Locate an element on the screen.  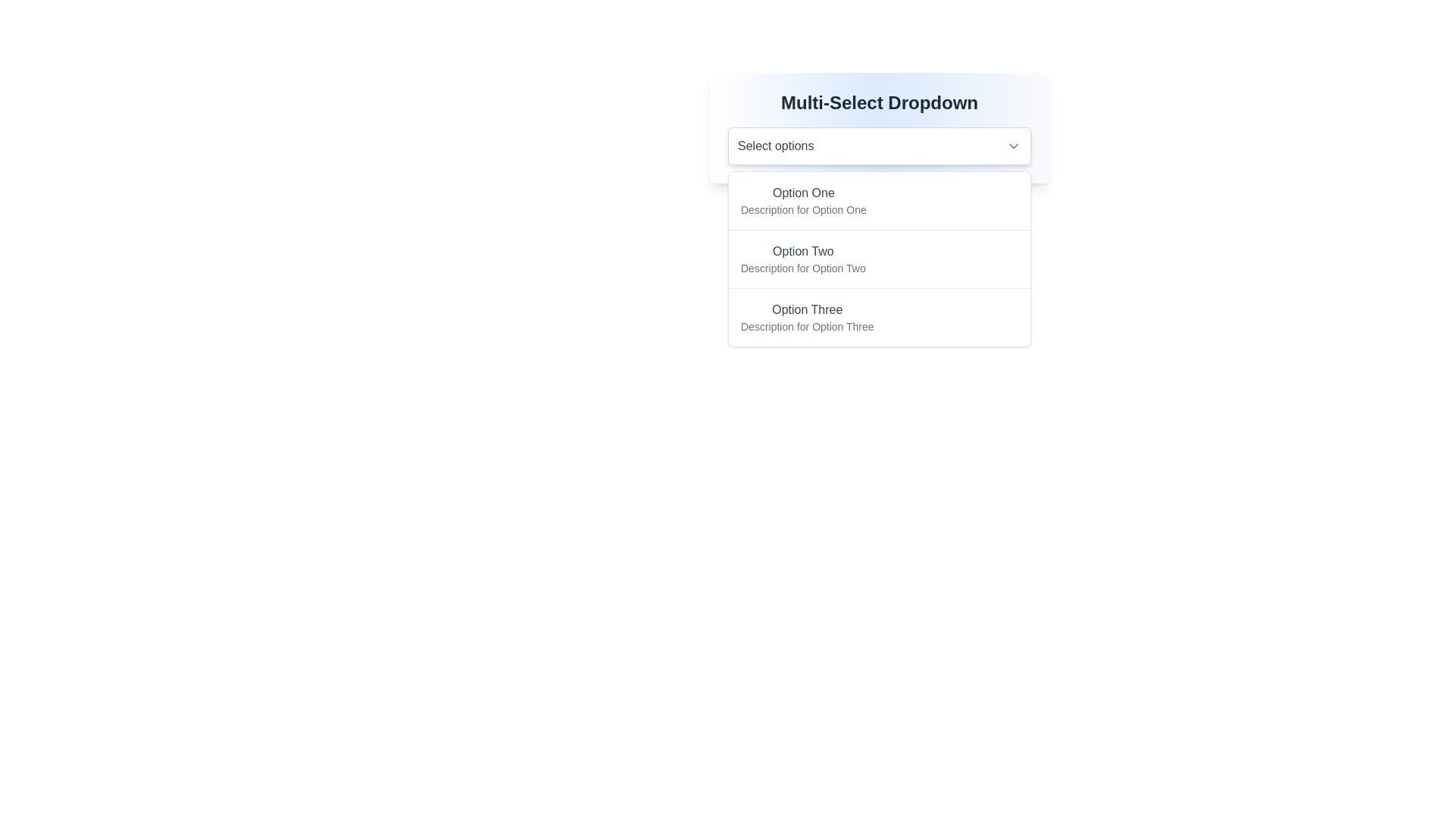
the static text label "Select options" located within the dropdown interface, which is styled with a grayish hue and a white background is located at coordinates (776, 146).